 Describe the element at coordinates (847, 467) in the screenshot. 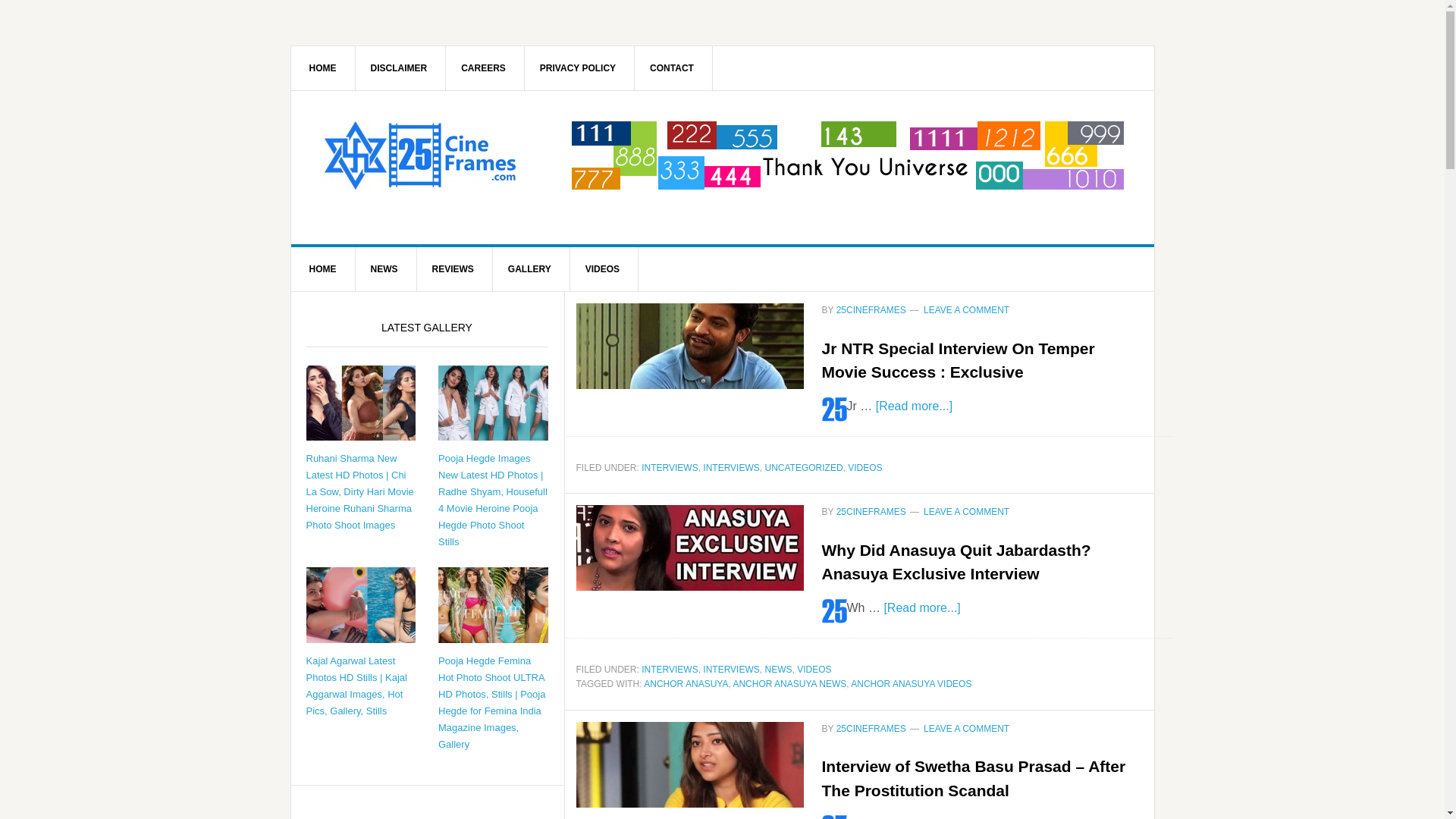

I see `'VIDEOS'` at that location.